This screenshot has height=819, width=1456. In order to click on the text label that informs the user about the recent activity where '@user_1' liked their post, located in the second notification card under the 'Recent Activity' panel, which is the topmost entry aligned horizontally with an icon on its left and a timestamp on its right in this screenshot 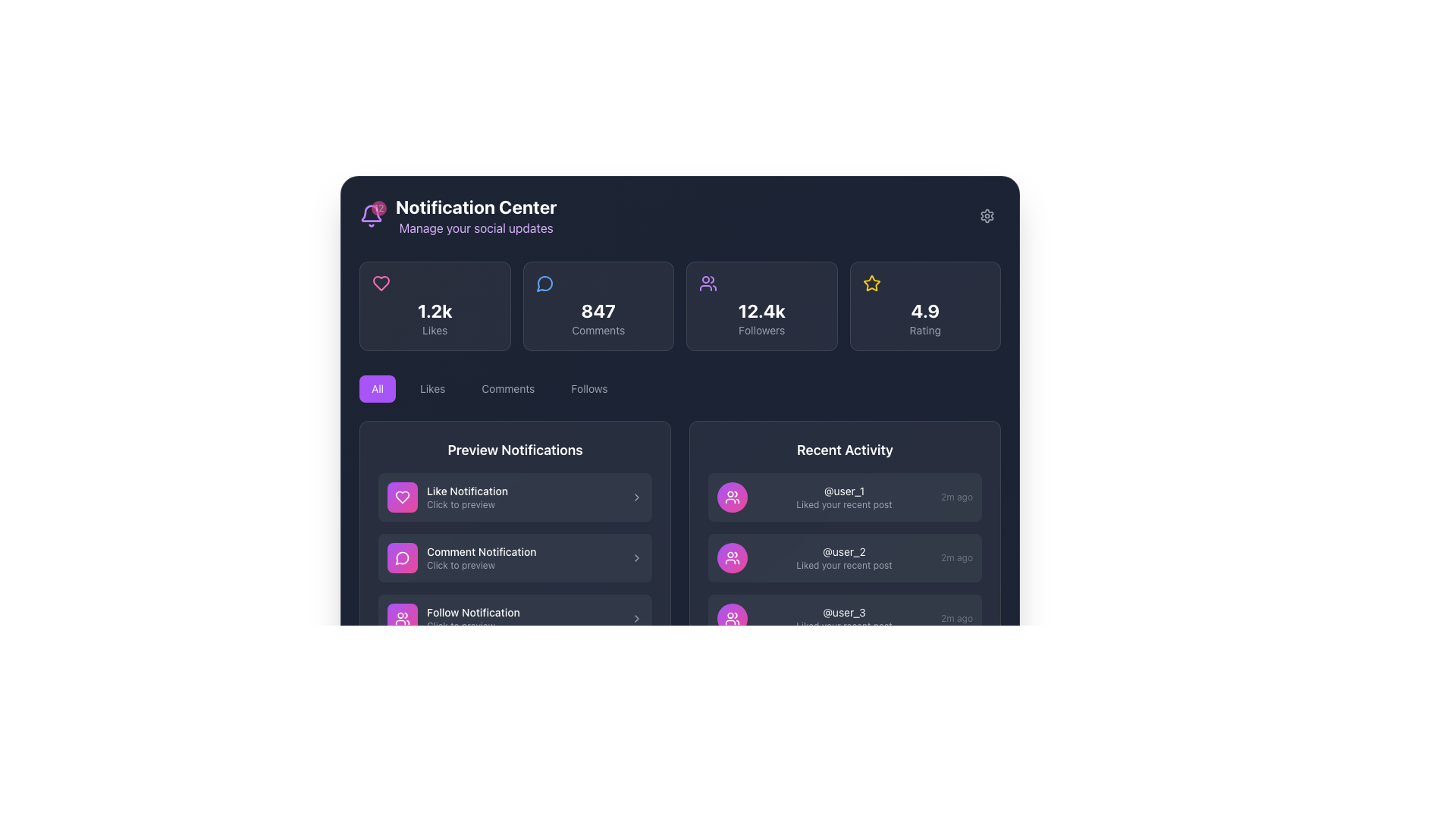, I will do `click(843, 497)`.